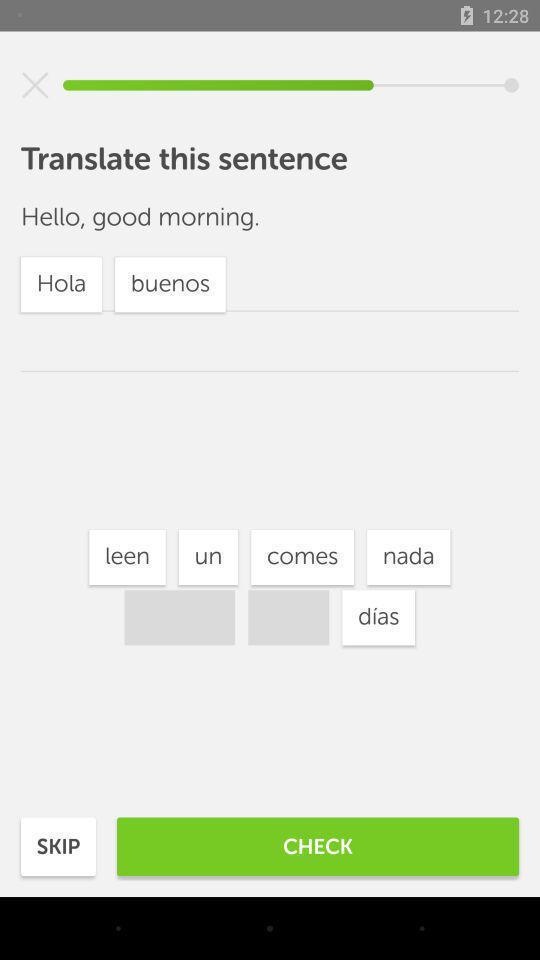  I want to click on skip at the bottom left corner, so click(58, 845).